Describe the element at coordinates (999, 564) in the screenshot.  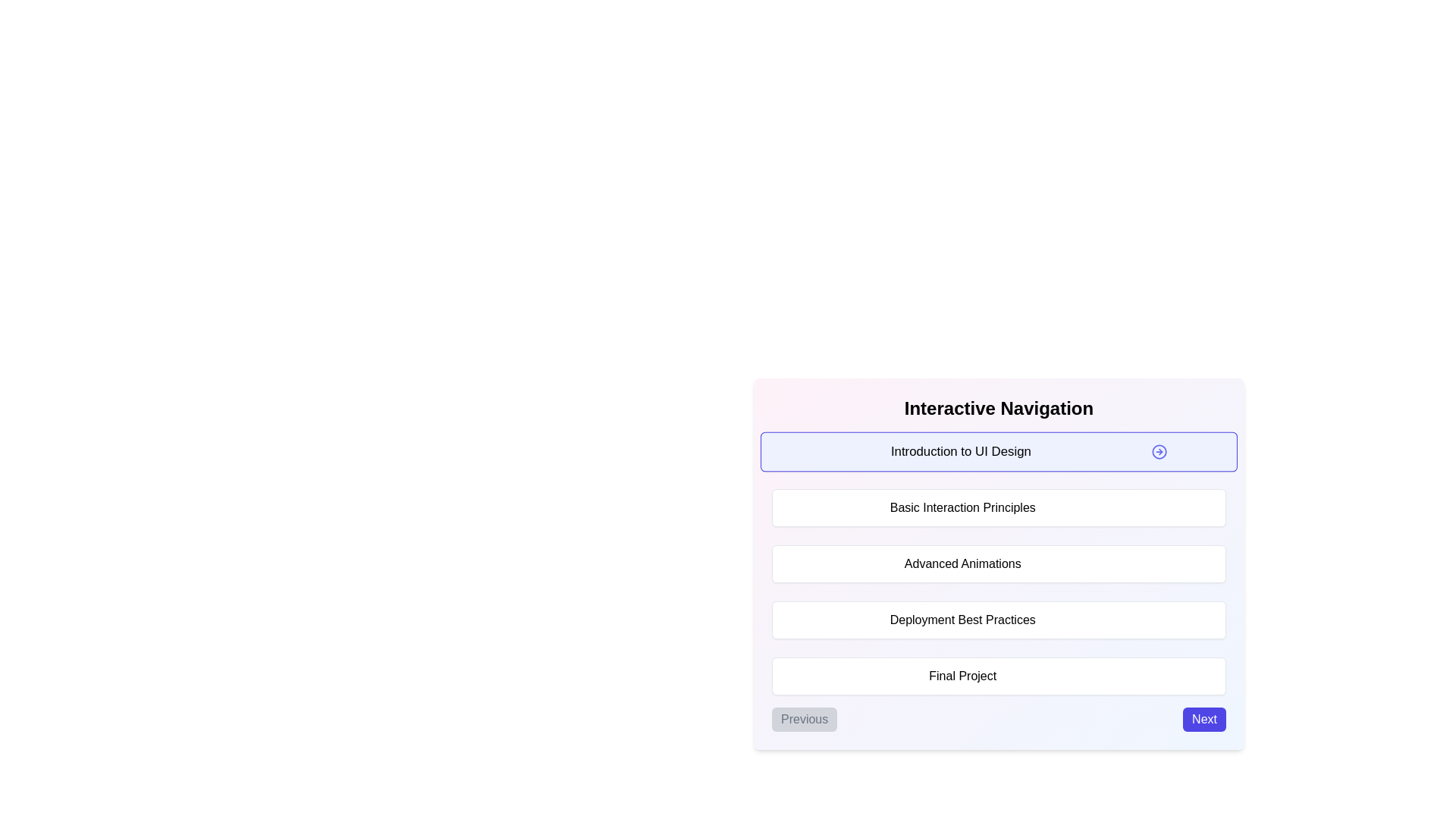
I see `the step labeled Advanced Animations to navigate to it` at that location.